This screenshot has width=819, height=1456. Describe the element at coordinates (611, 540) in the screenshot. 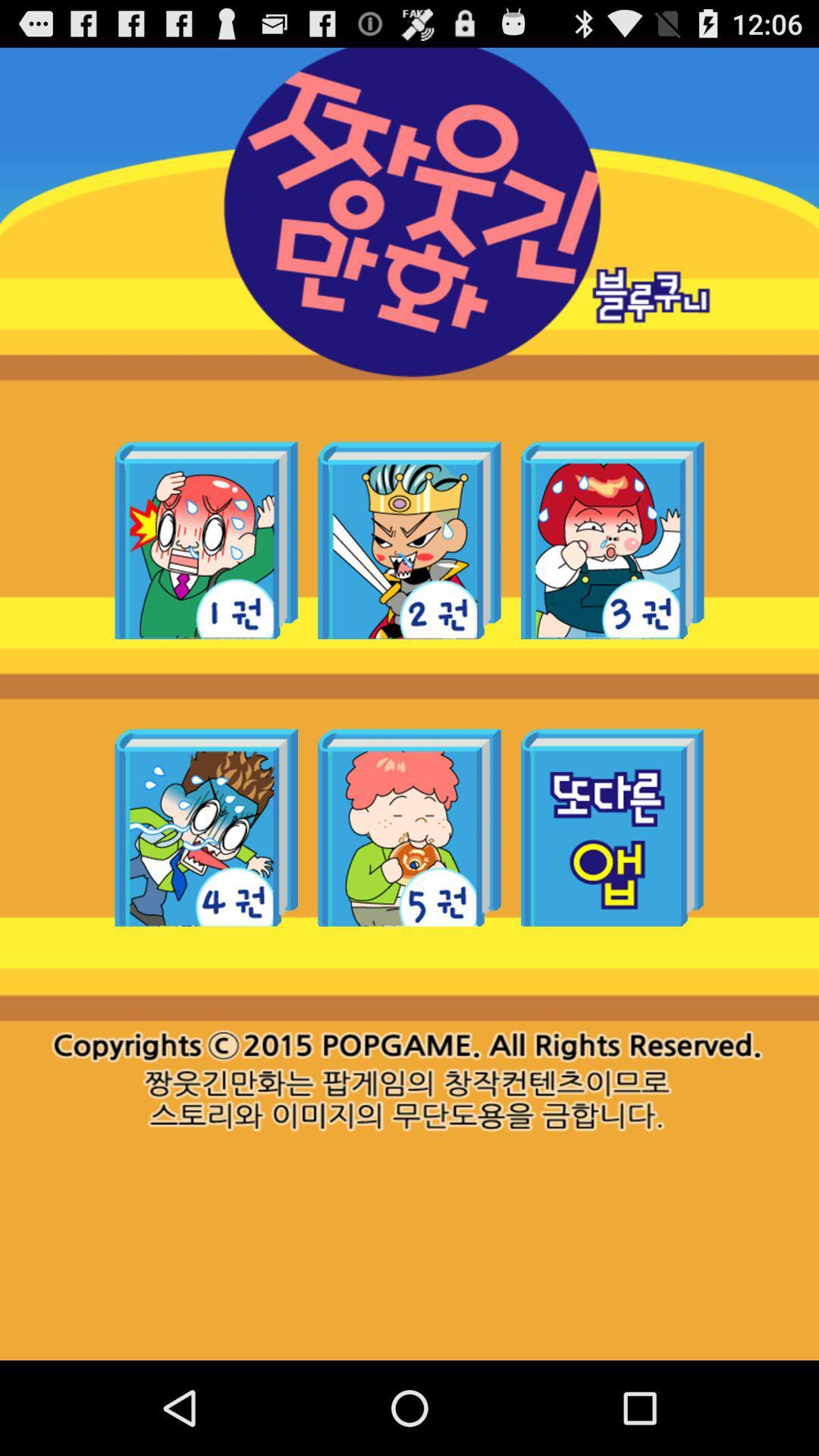

I see `option` at that location.